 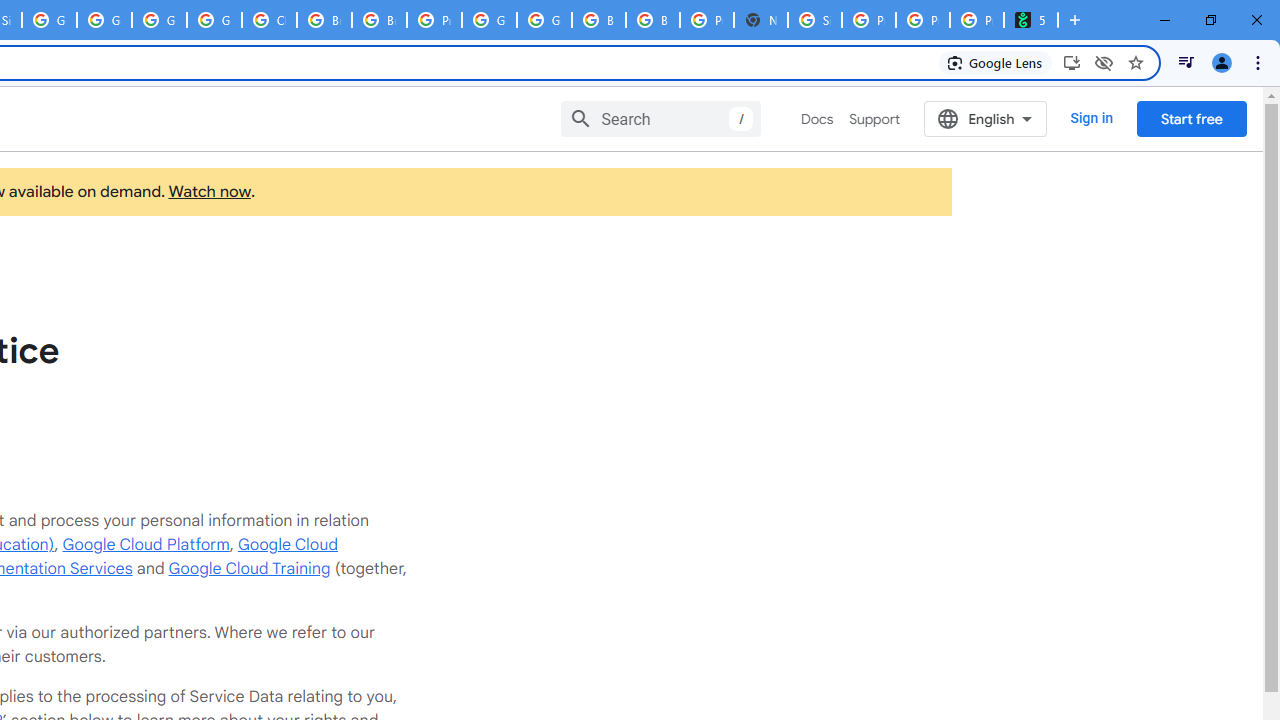 What do you see at coordinates (209, 192) in the screenshot?
I see `'Watch now'` at bounding box center [209, 192].